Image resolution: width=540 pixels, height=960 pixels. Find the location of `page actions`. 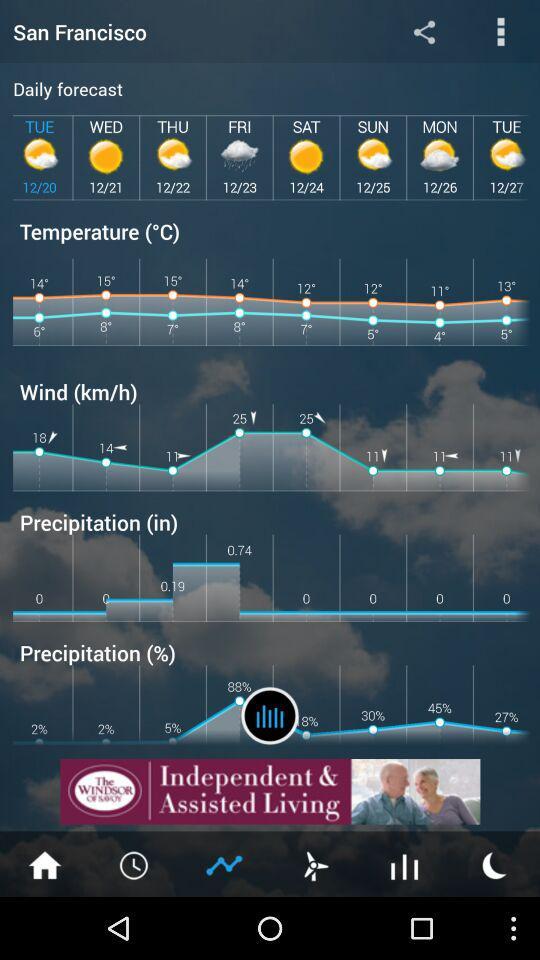

page actions is located at coordinates (500, 30).